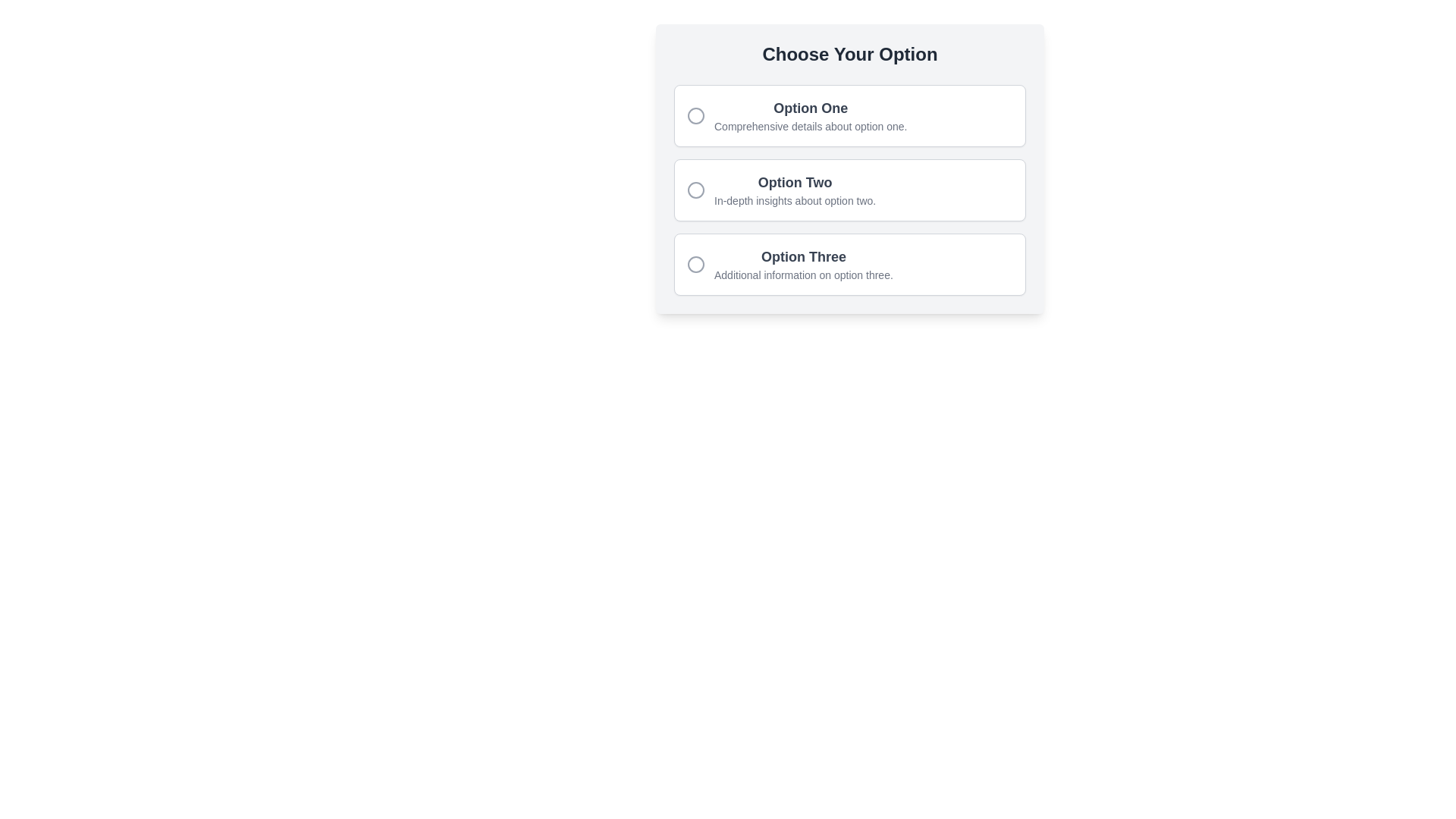 The width and height of the screenshot is (1456, 819). I want to click on the radio button associated with 'Option One', so click(695, 115).